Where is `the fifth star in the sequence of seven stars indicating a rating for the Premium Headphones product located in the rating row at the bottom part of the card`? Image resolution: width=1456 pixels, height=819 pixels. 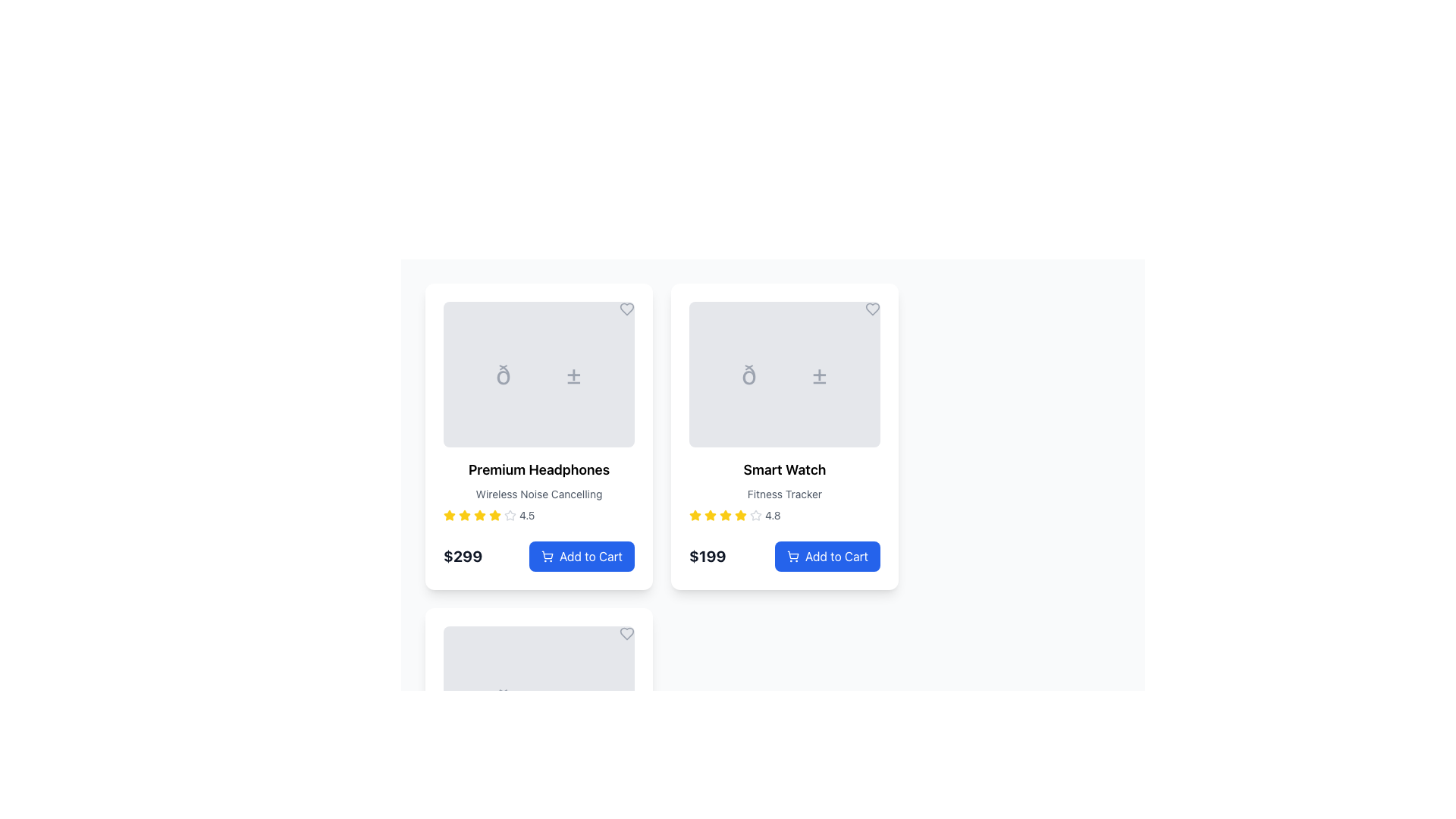 the fifth star in the sequence of seven stars indicating a rating for the Premium Headphones product located in the rating row at the bottom part of the card is located at coordinates (479, 514).